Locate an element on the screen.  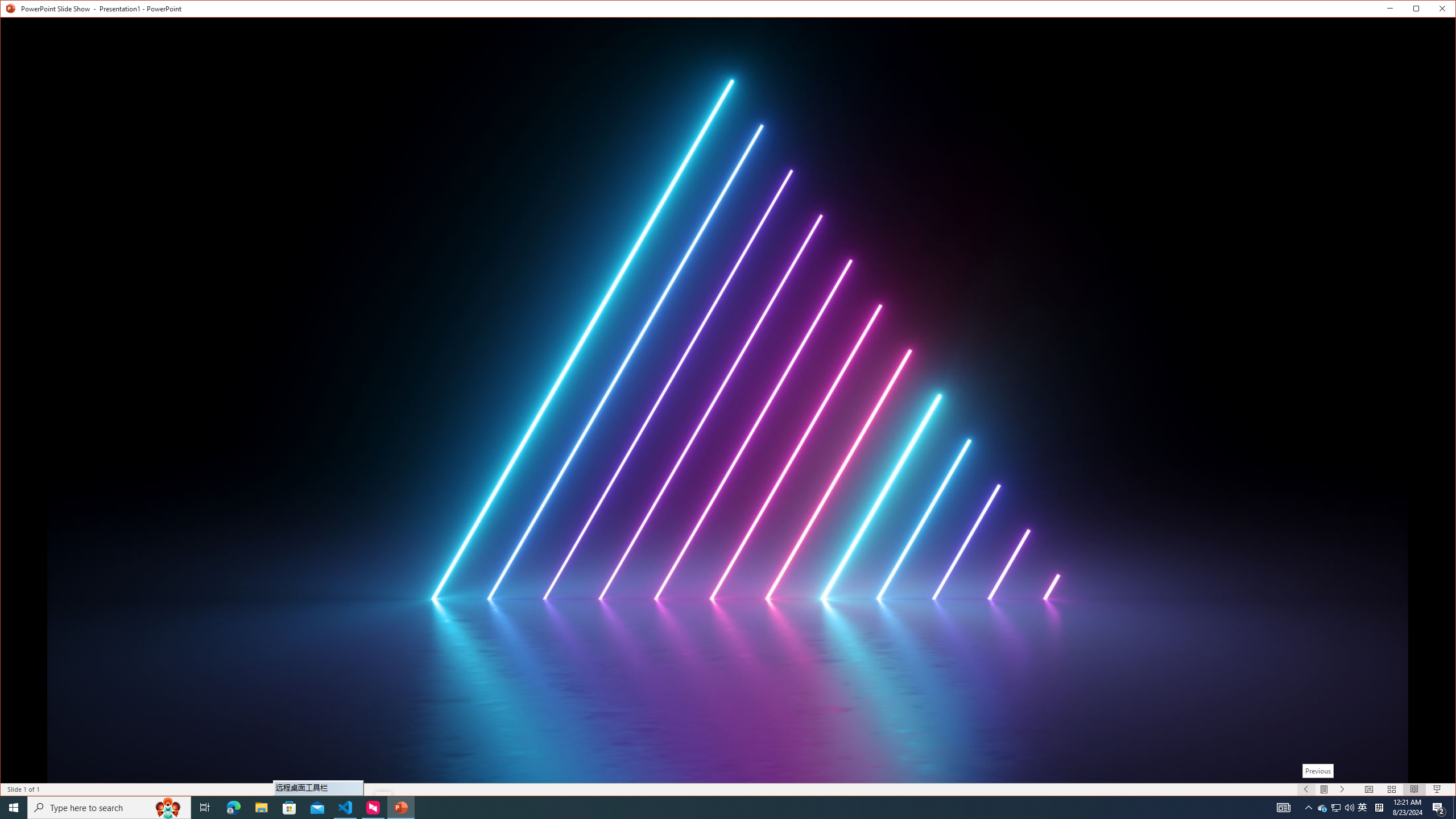
'Start' is located at coordinates (14, 806).